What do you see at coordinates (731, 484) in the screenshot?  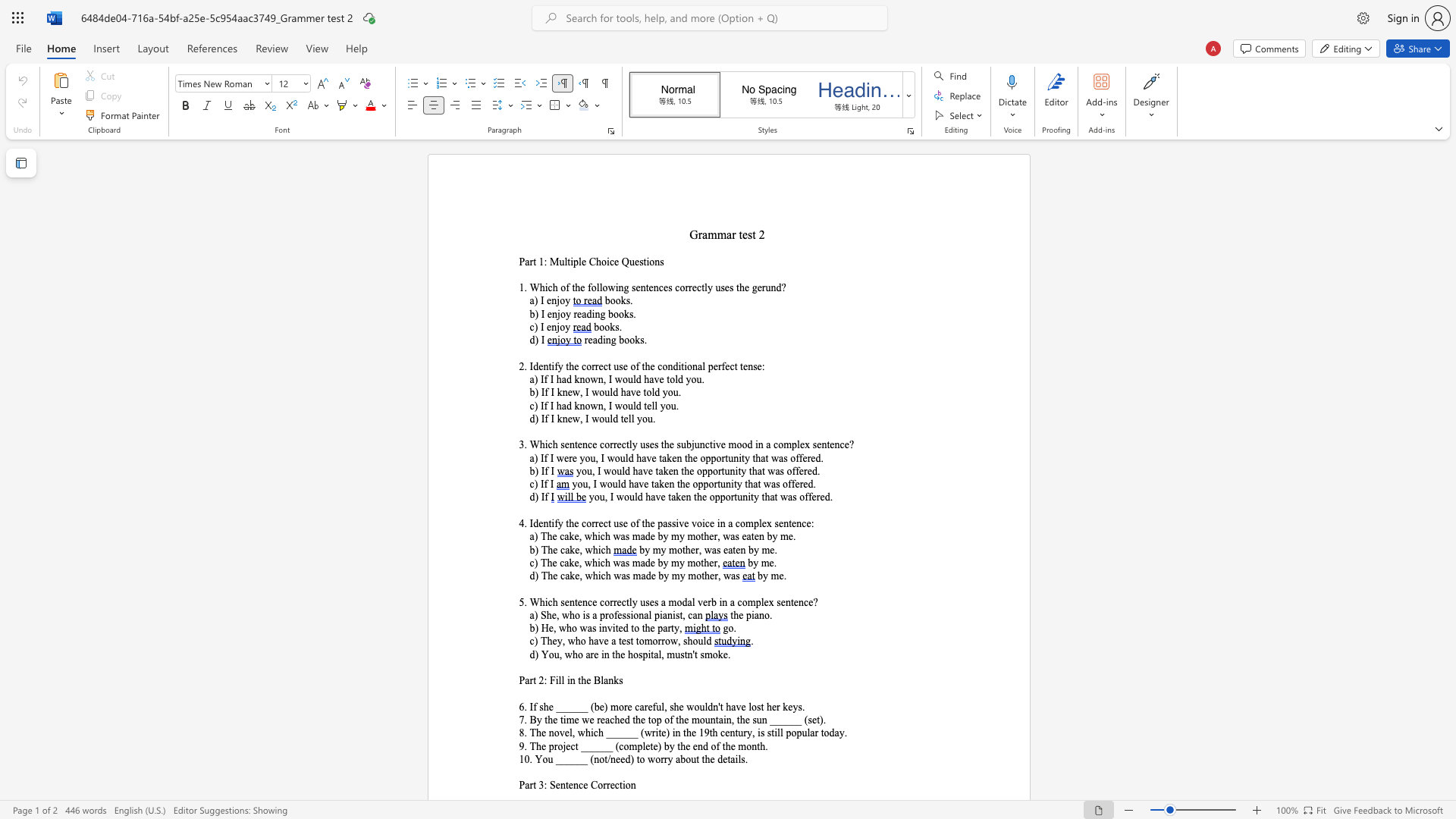 I see `the subset text "ity that was" within the text "you, I would have taken the opportunity that was offered."` at bounding box center [731, 484].